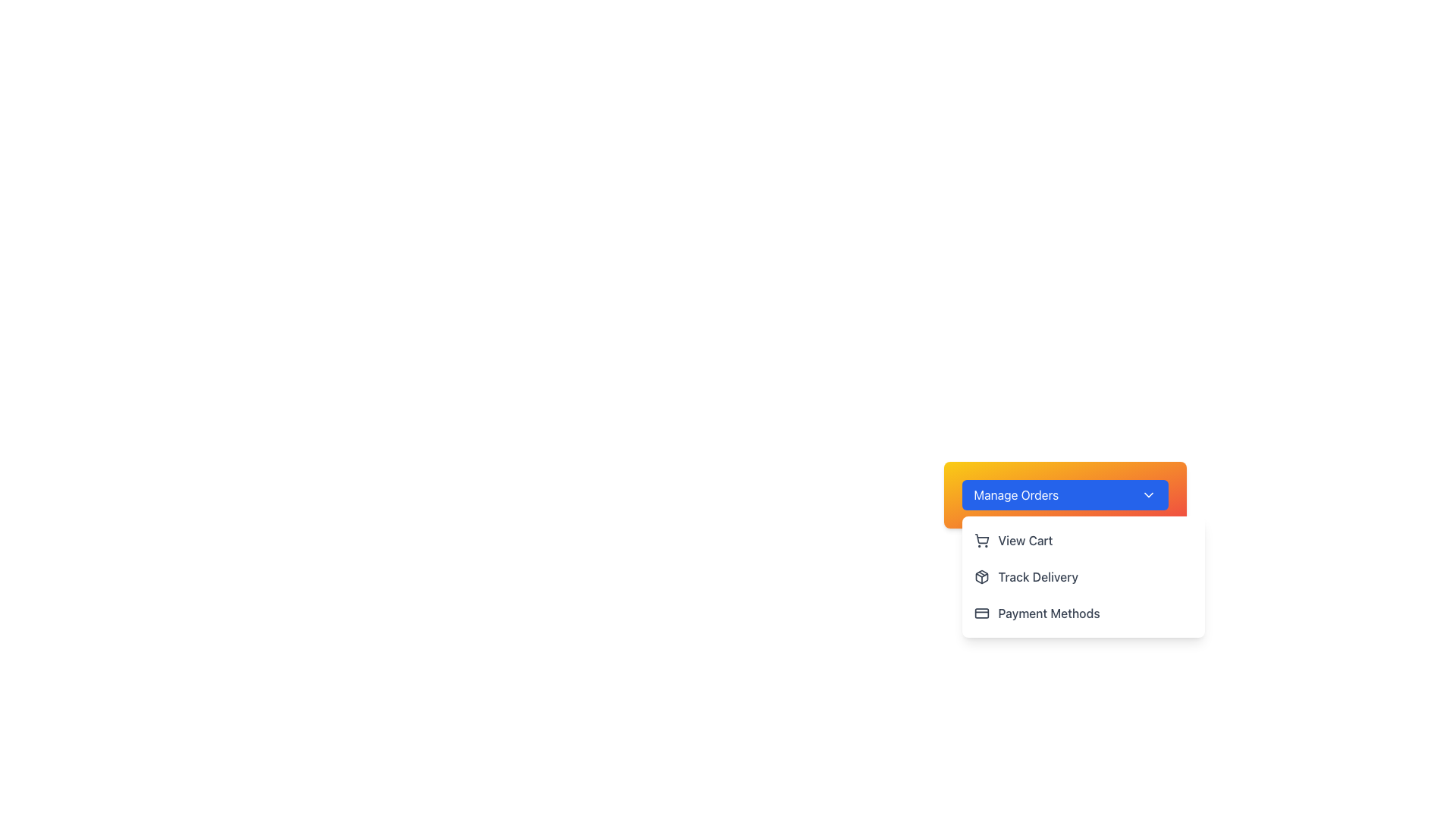 This screenshot has height=819, width=1456. I want to click on the 'View Cart' icon, which is located at the beginning of the 'View Cart' menu option, aligned to the left of the text label in the dropdown menu, so click(981, 540).